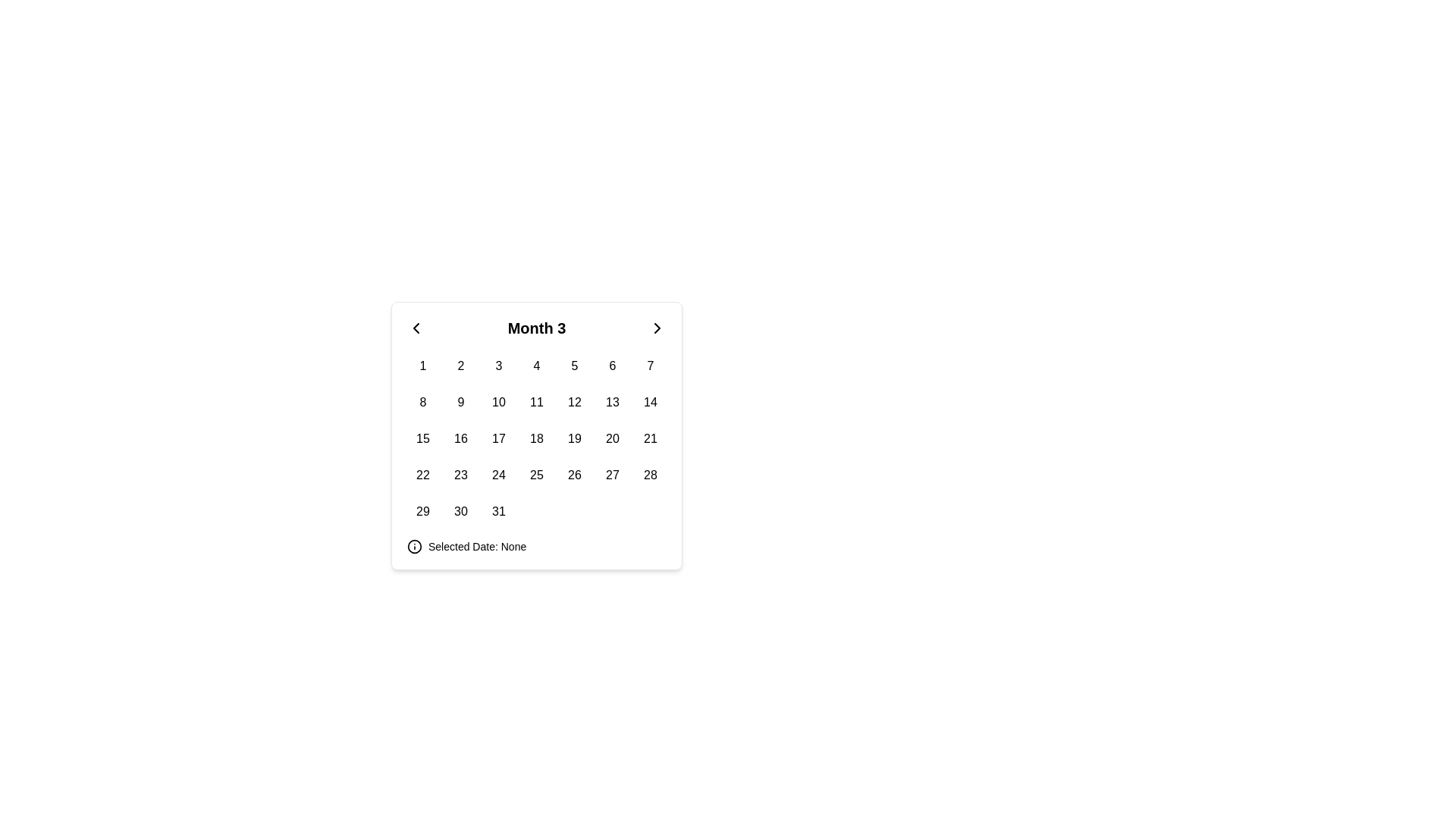 This screenshot has height=819, width=1456. What do you see at coordinates (612, 475) in the screenshot?
I see `the non-interactive calendar date box displaying the number '27', which is located in the fourth row and sixth column of the calendar layout` at bounding box center [612, 475].